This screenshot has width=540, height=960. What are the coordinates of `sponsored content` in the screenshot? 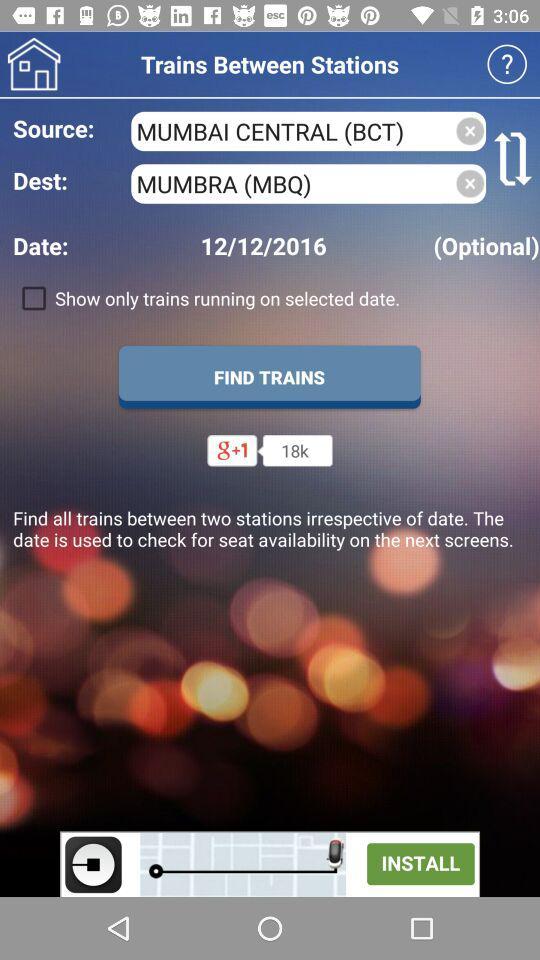 It's located at (270, 863).